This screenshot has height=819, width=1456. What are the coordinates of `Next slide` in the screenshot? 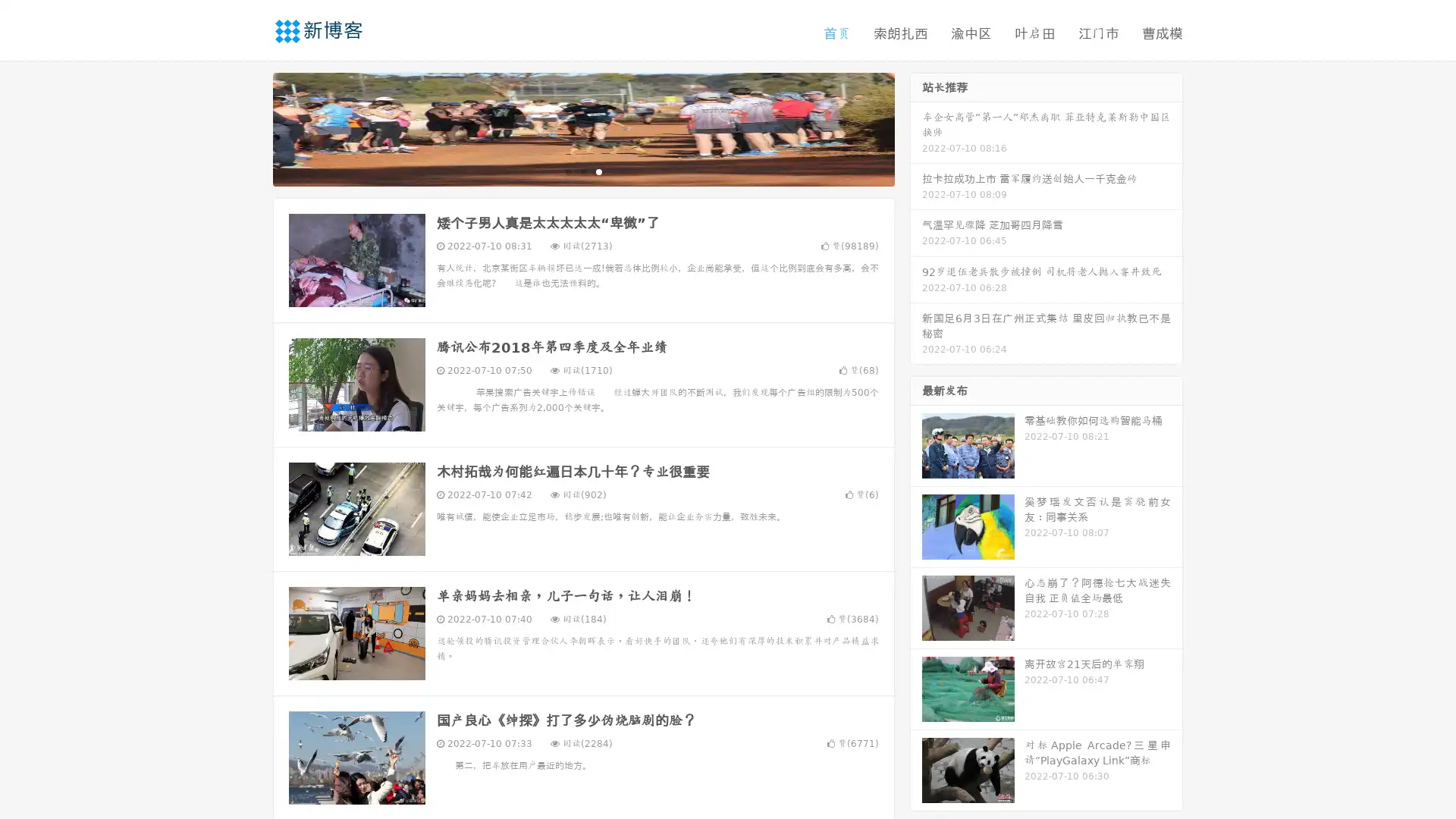 It's located at (916, 127).